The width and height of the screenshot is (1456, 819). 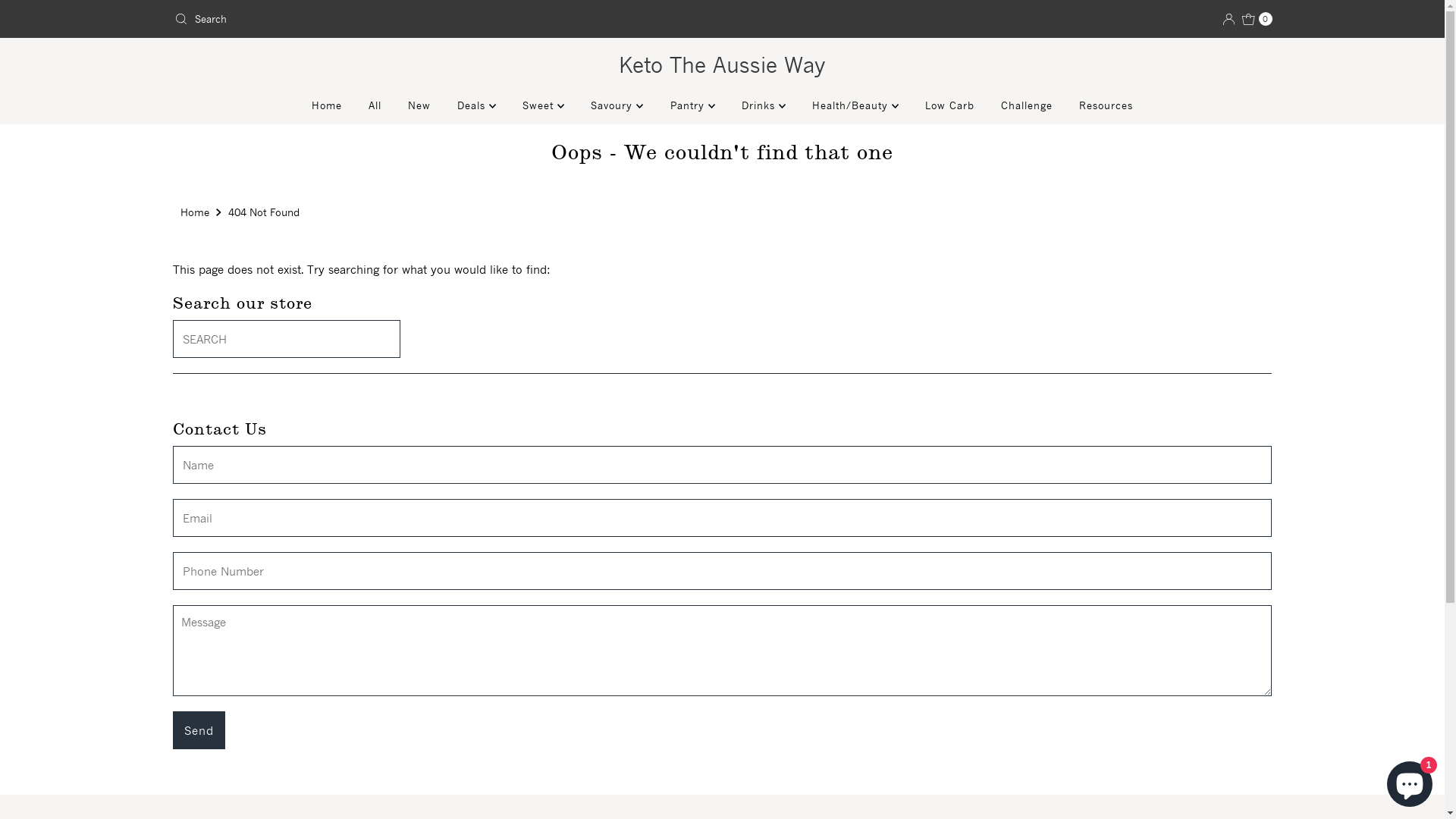 What do you see at coordinates (1026, 104) in the screenshot?
I see `'Challenge'` at bounding box center [1026, 104].